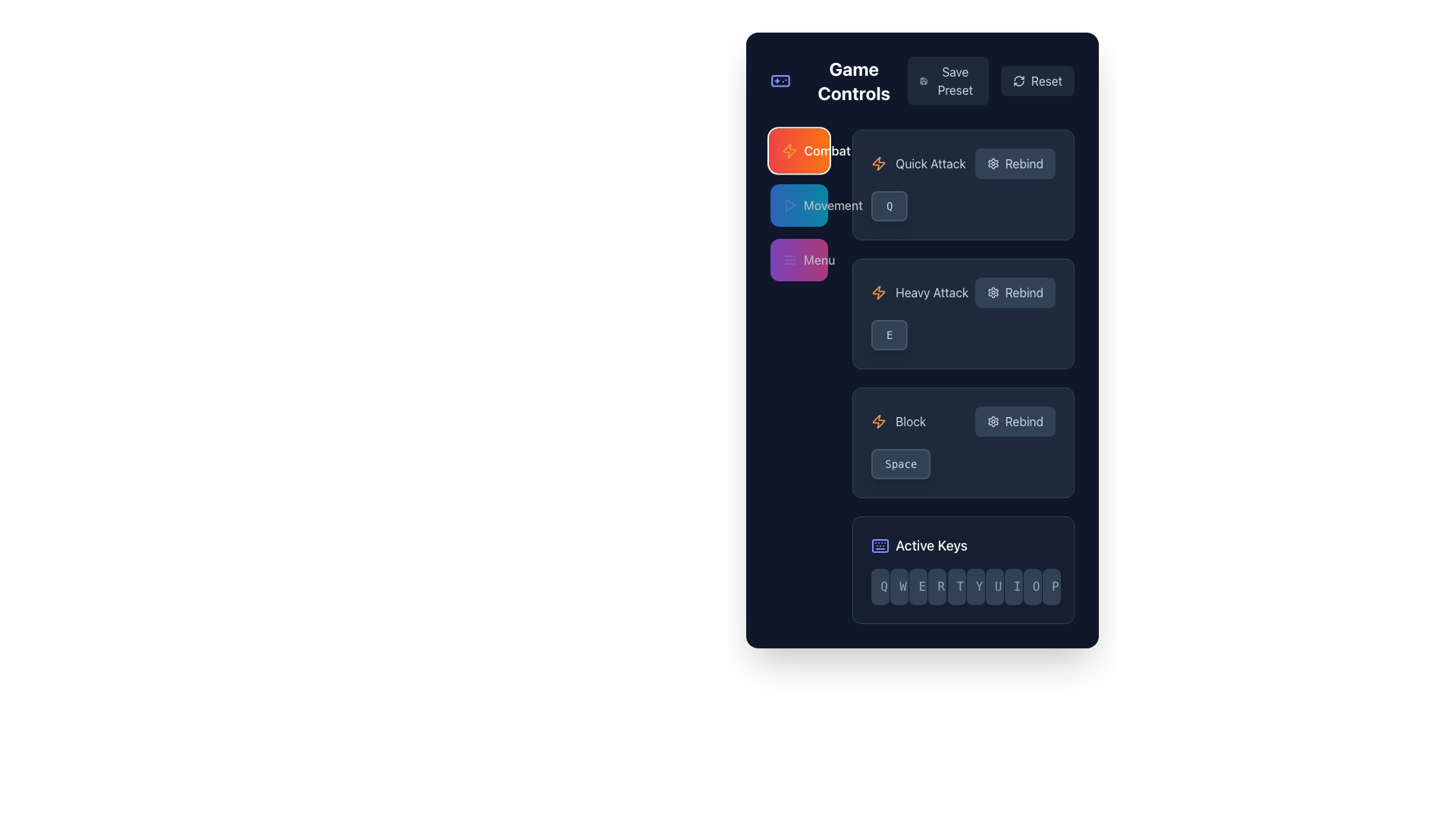 Image resolution: width=1456 pixels, height=819 pixels. What do you see at coordinates (789, 151) in the screenshot?
I see `the appearance of the orange thunderbolt icon in the 'Combat' section of the sidebar menu, which is the first visual component next to the 'Combat' label` at bounding box center [789, 151].